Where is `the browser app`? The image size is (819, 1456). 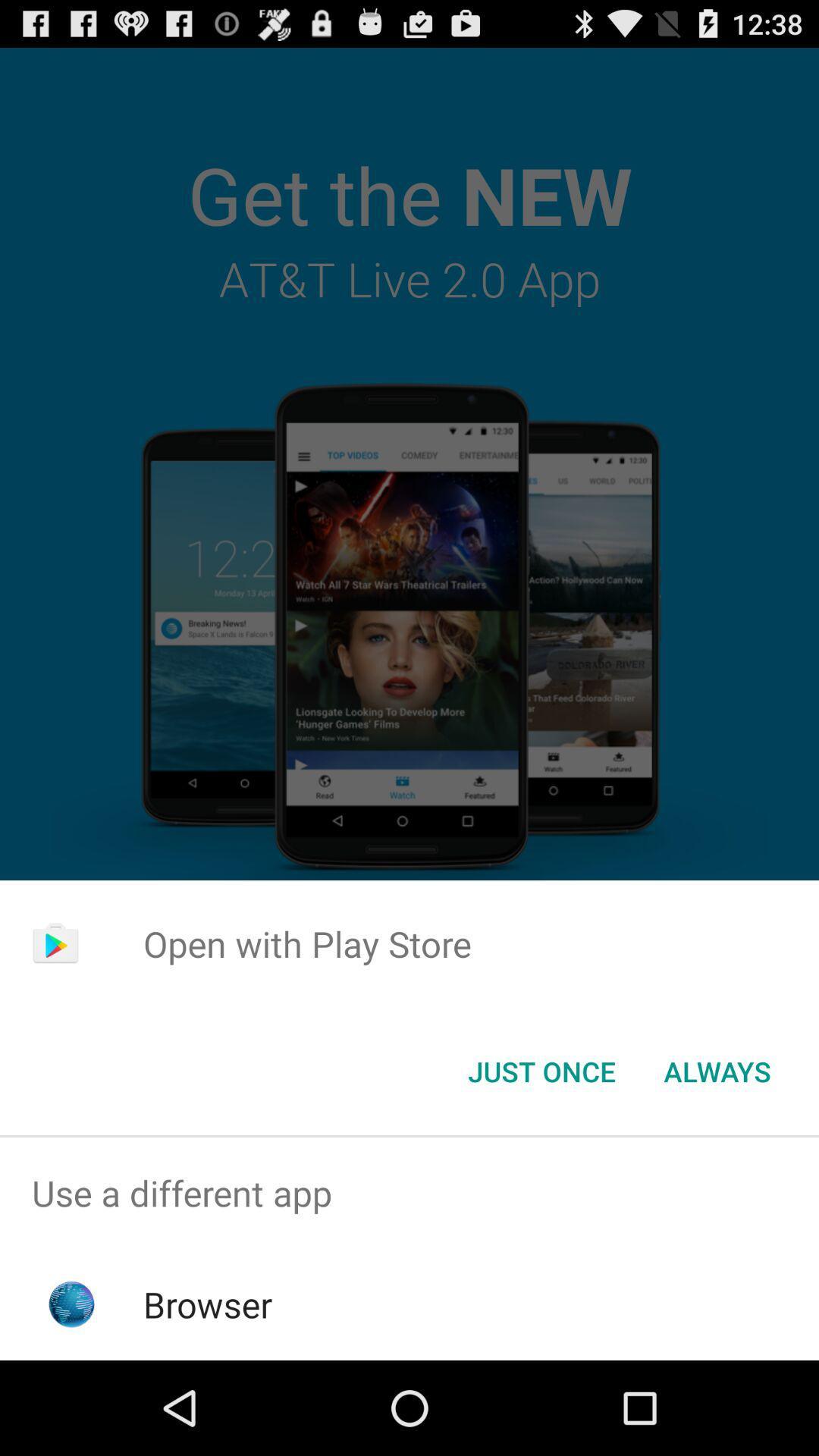
the browser app is located at coordinates (208, 1304).